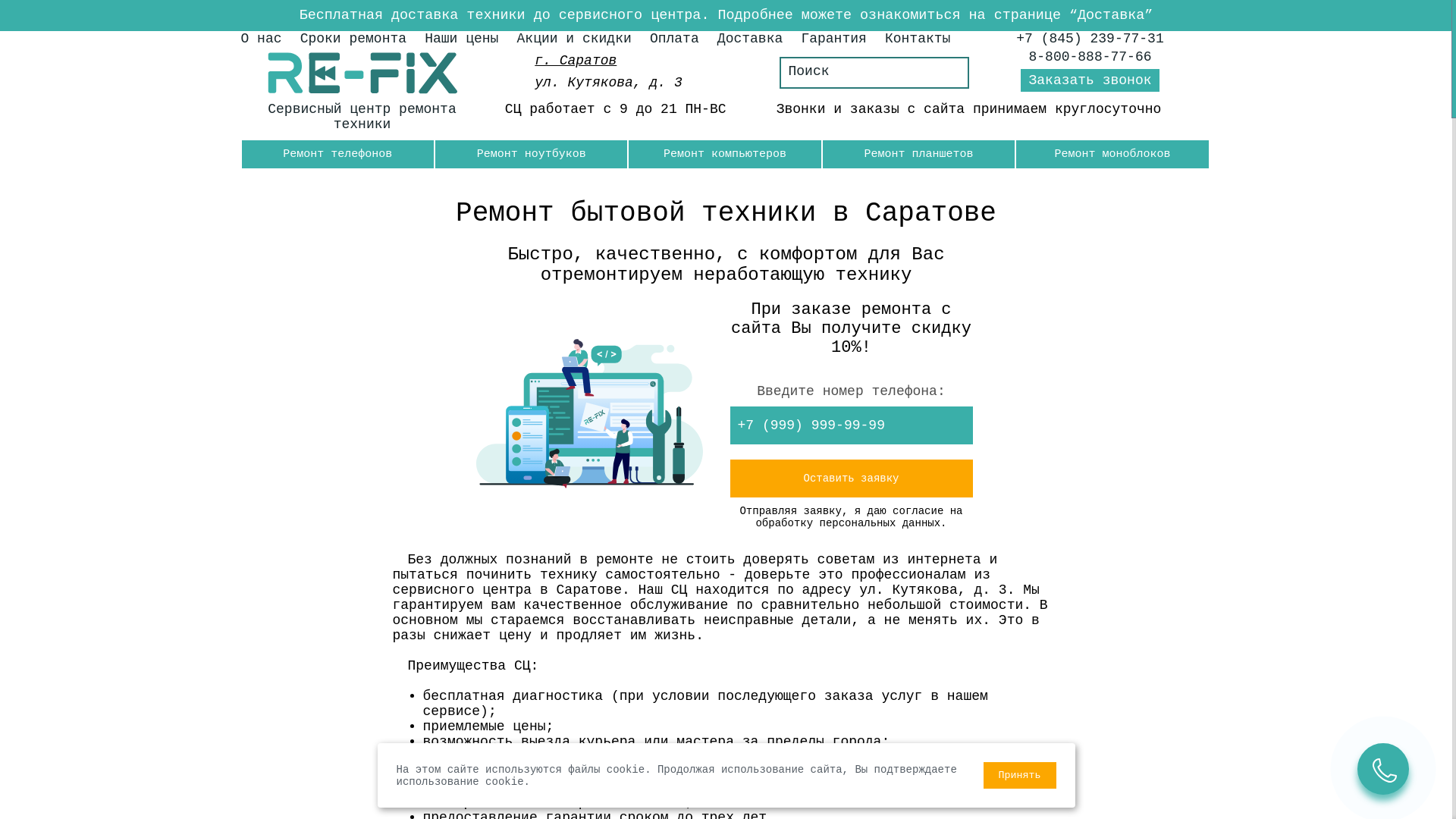 This screenshot has width=1456, height=819. What do you see at coordinates (1015, 37) in the screenshot?
I see `'+7 (845) 239-77-31'` at bounding box center [1015, 37].